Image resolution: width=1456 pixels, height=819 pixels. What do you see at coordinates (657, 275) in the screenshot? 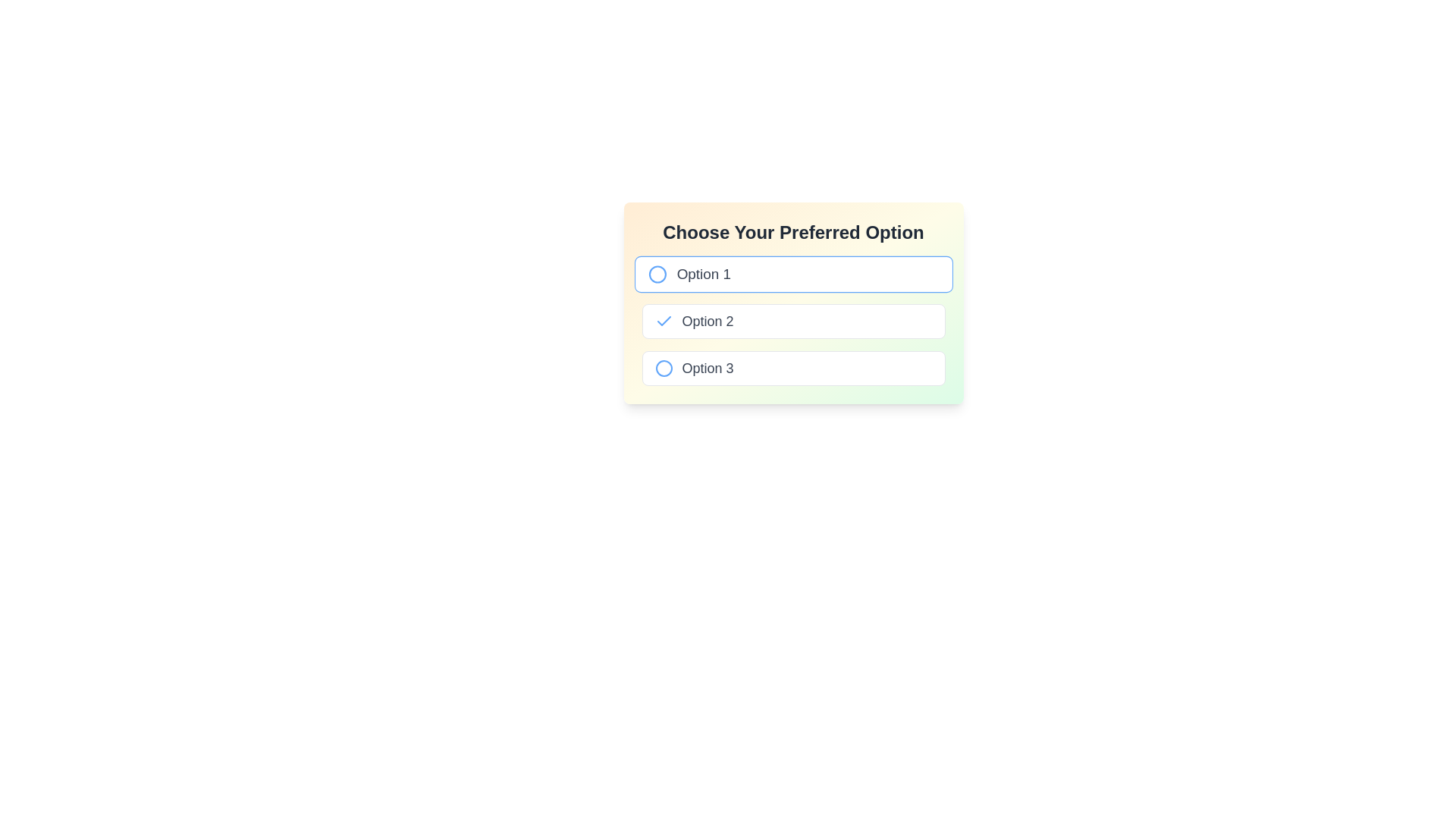
I see `the radio button icon for 'Option 1'` at bounding box center [657, 275].